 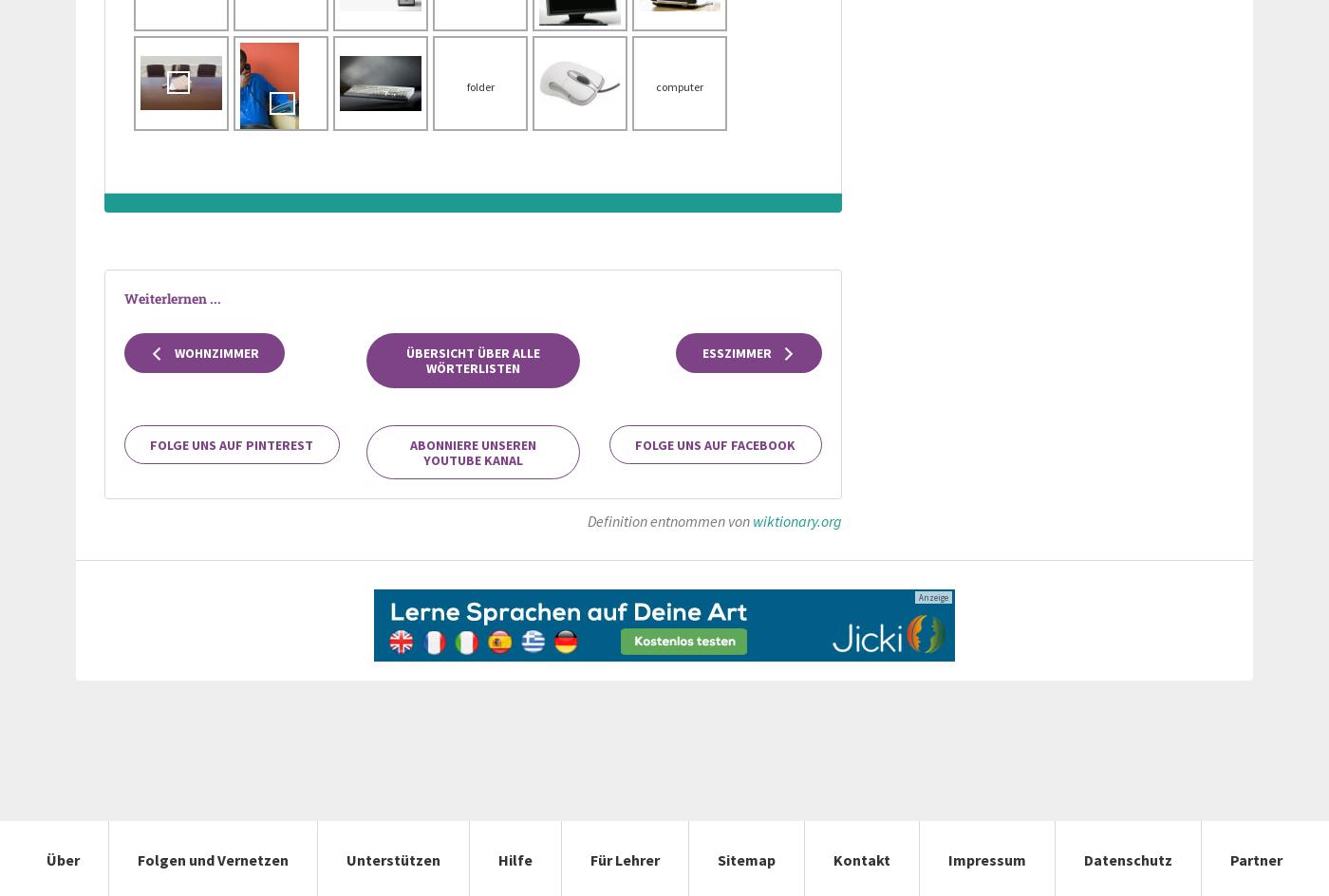 I want to click on 'Folgen und Vernetzen', so click(x=138, y=858).